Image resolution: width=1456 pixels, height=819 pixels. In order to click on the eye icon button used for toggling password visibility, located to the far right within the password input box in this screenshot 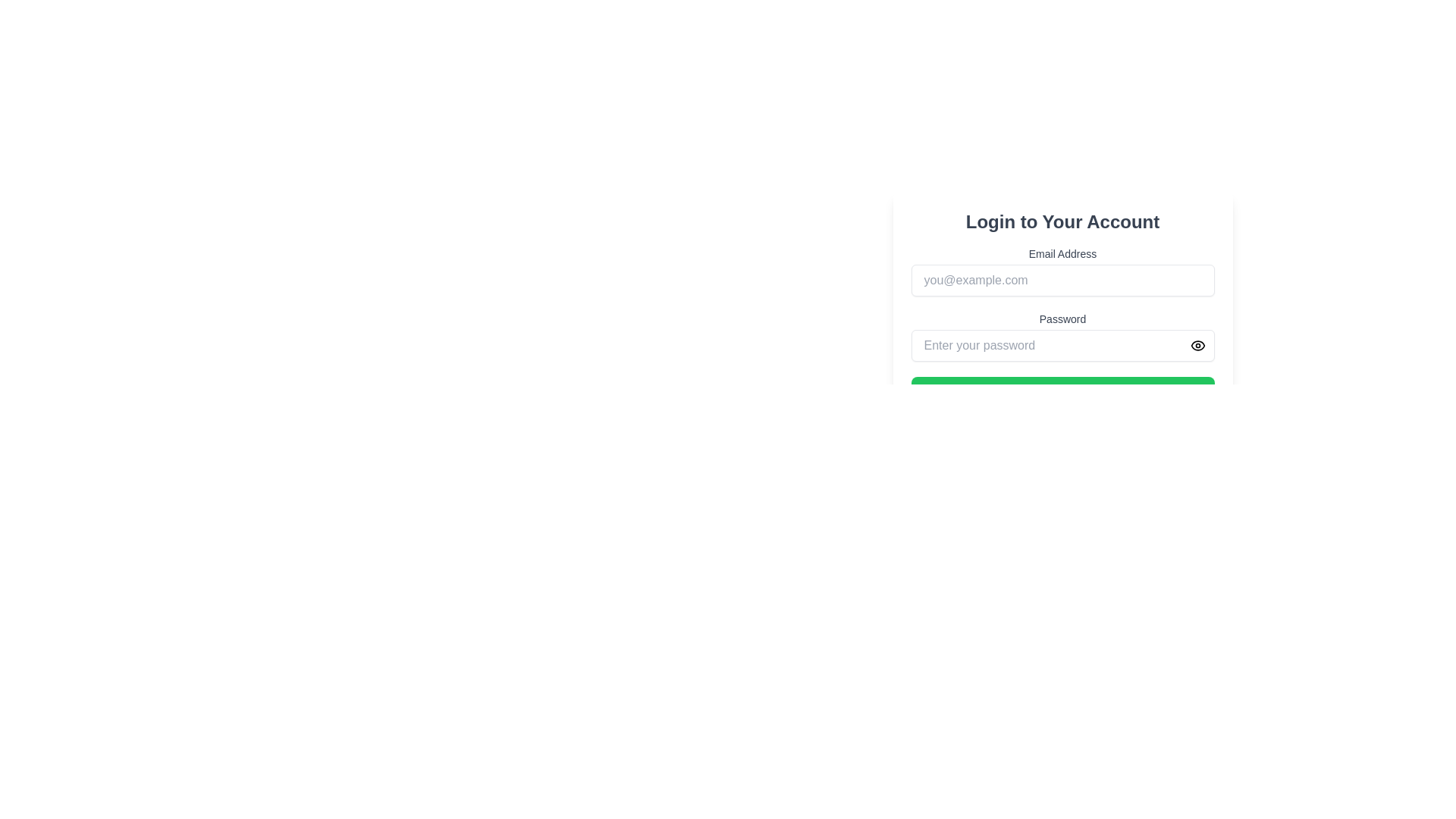, I will do `click(1197, 345)`.